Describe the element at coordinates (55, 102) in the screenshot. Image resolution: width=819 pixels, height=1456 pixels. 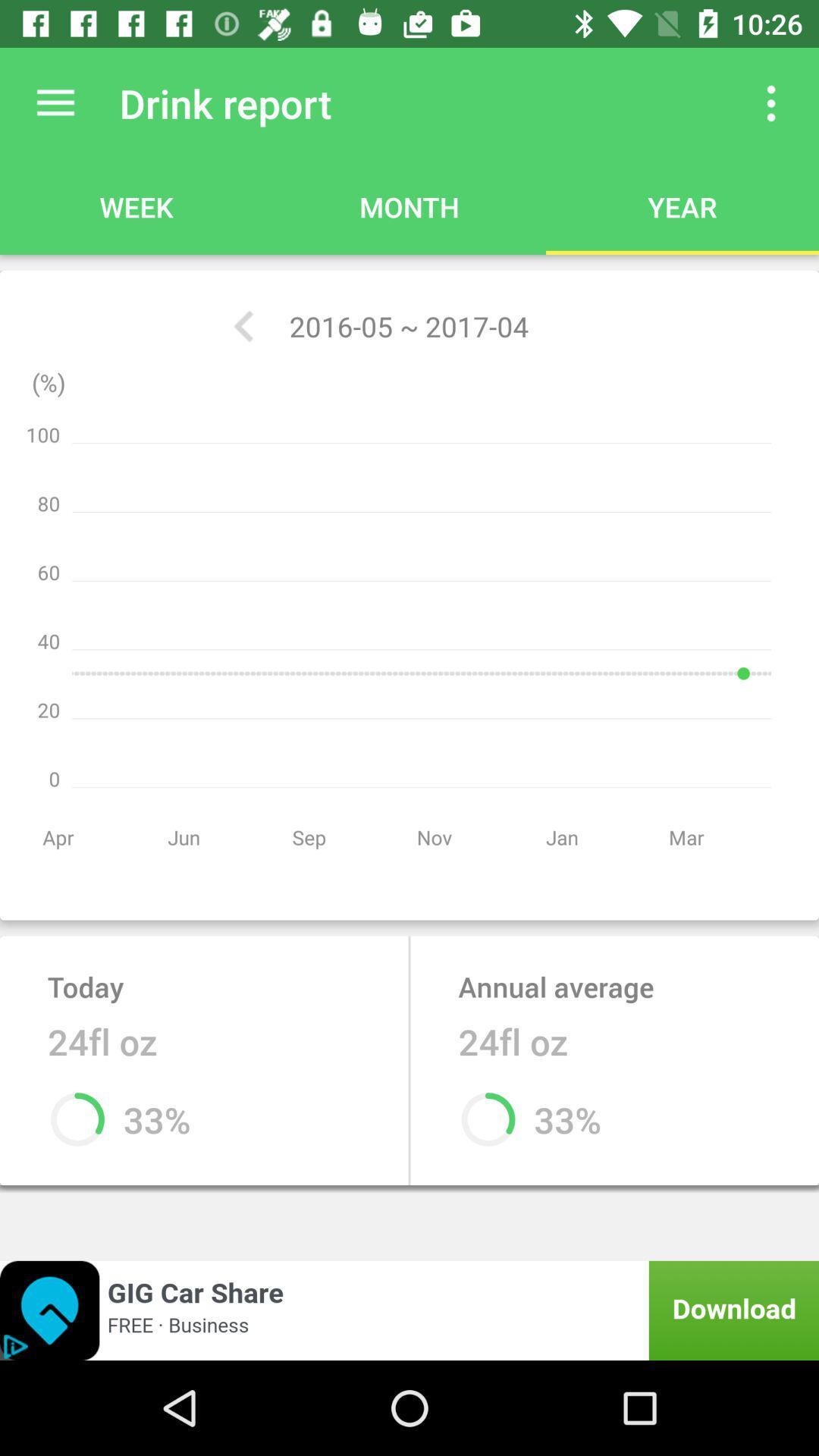
I see `the item above the week icon` at that location.